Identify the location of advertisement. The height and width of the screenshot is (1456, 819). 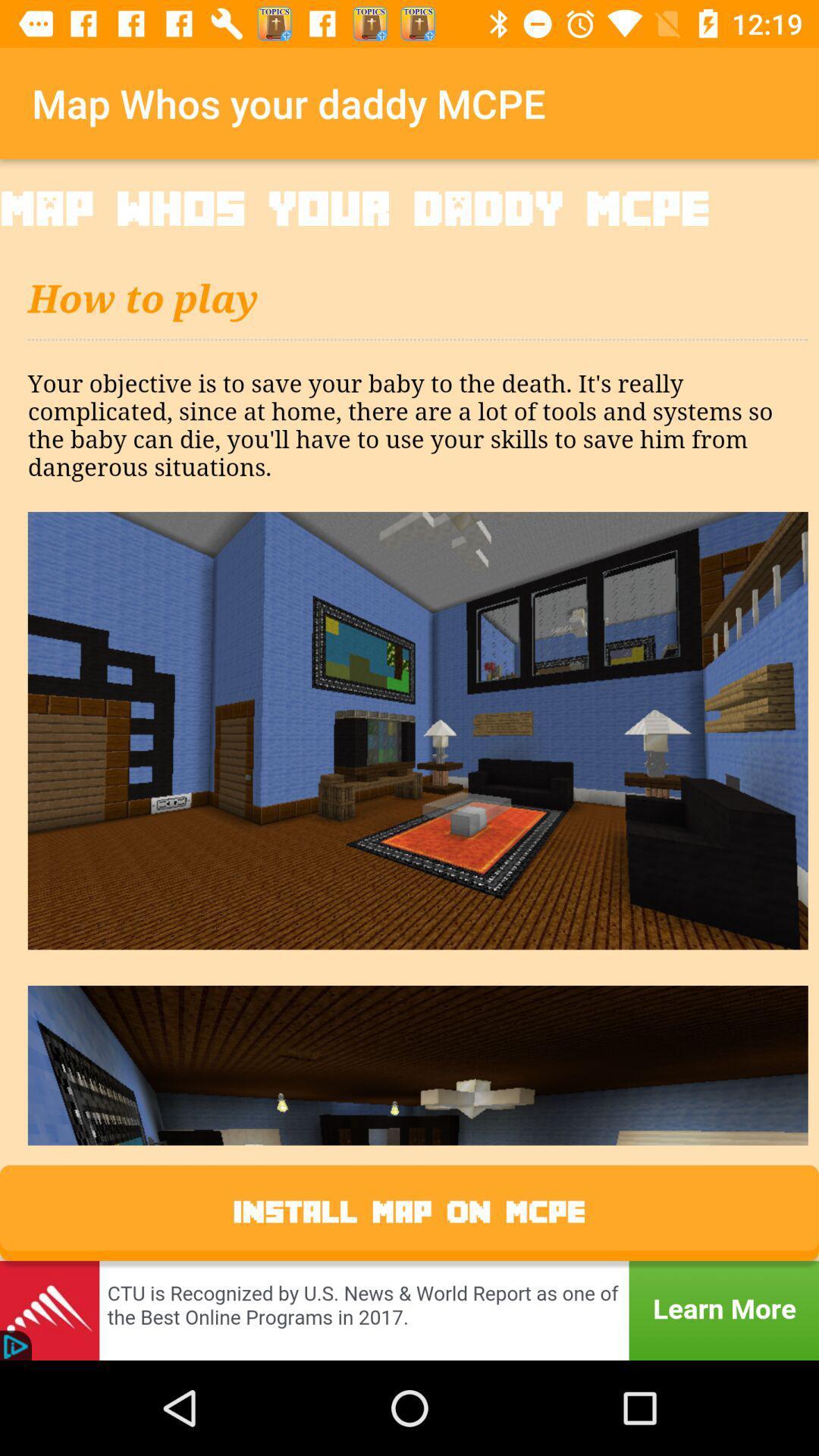
(409, 1310).